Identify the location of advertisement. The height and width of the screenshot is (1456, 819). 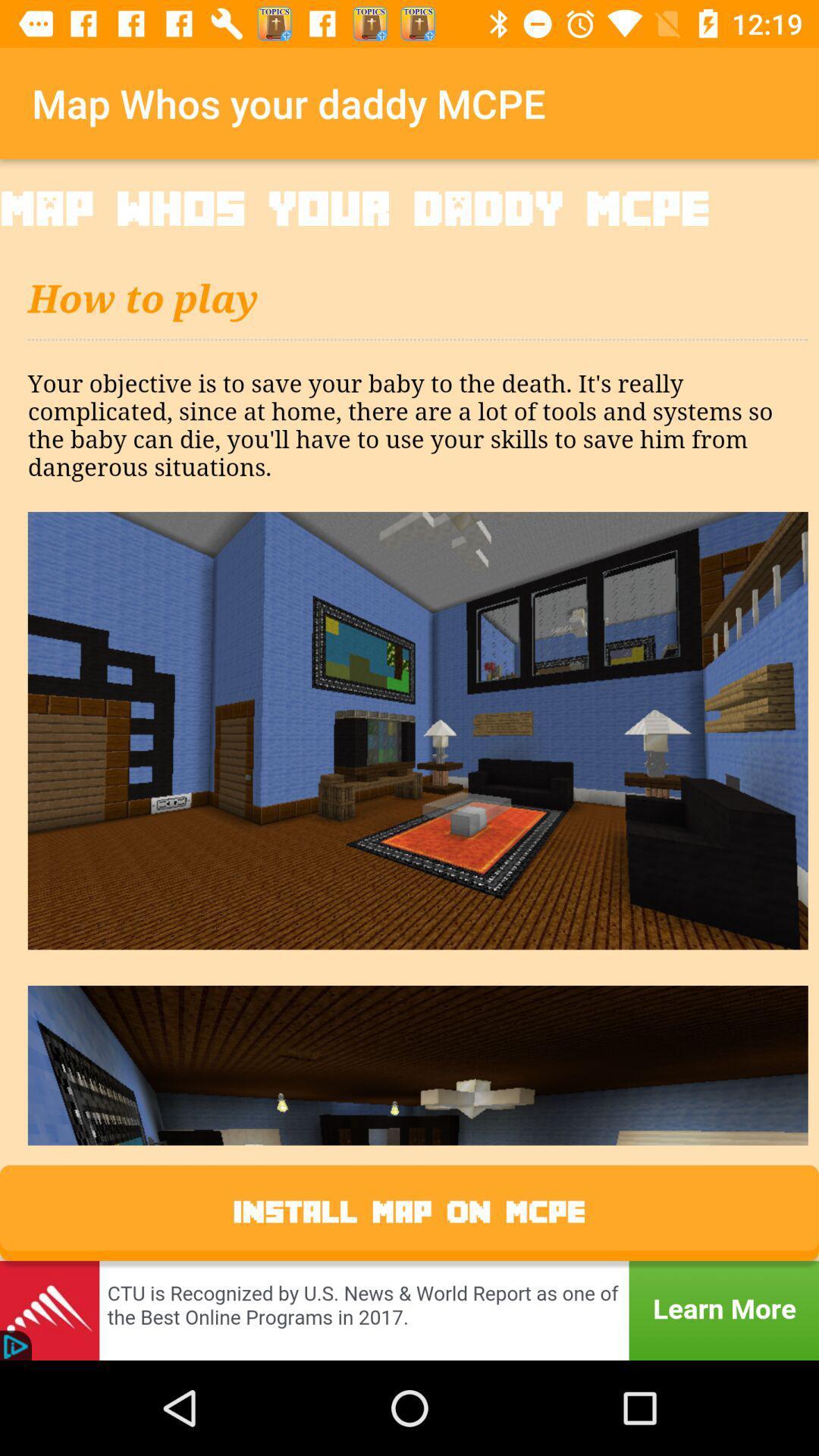
(409, 1310).